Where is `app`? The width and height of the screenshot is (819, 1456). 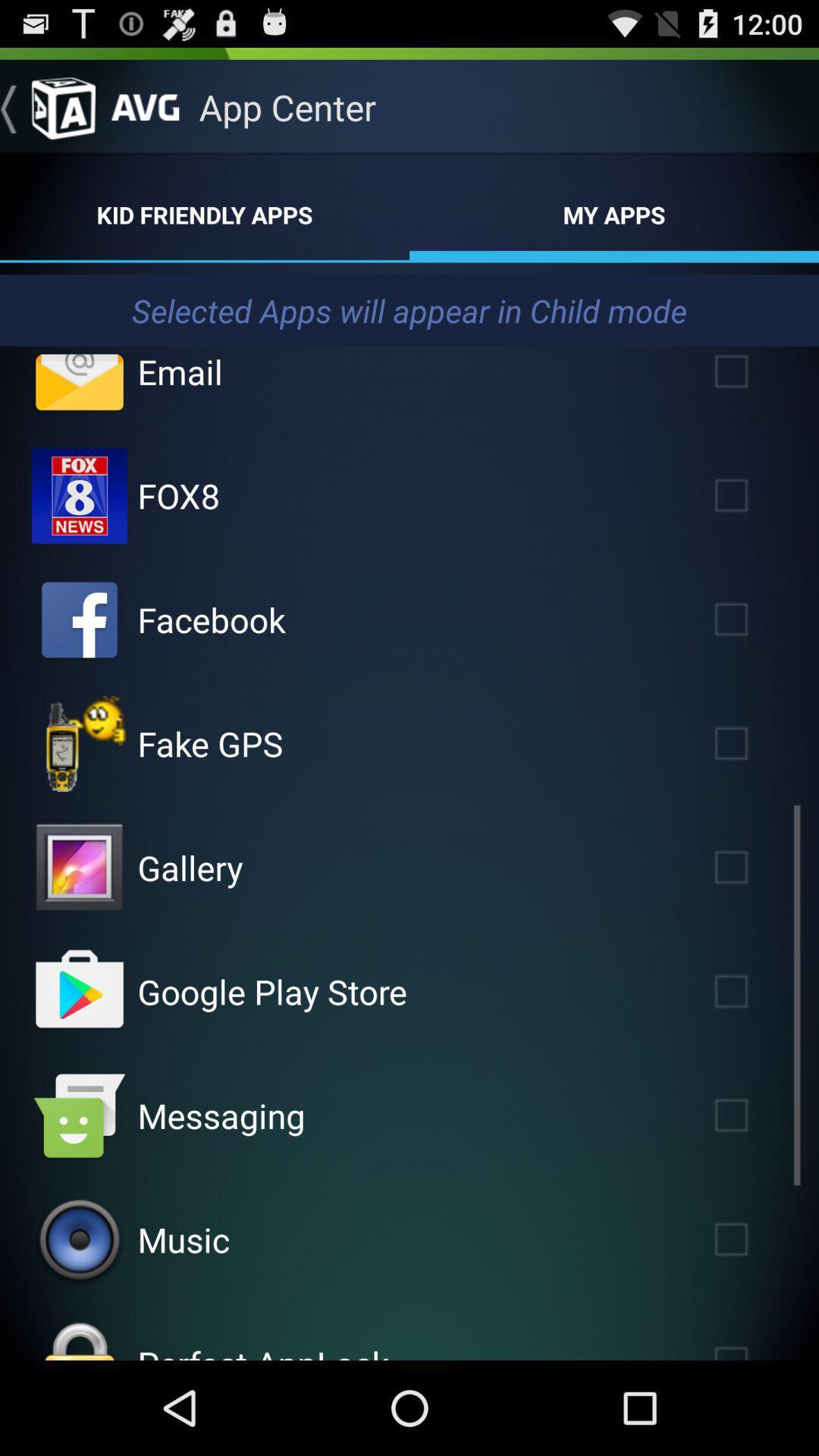 app is located at coordinates (753, 991).